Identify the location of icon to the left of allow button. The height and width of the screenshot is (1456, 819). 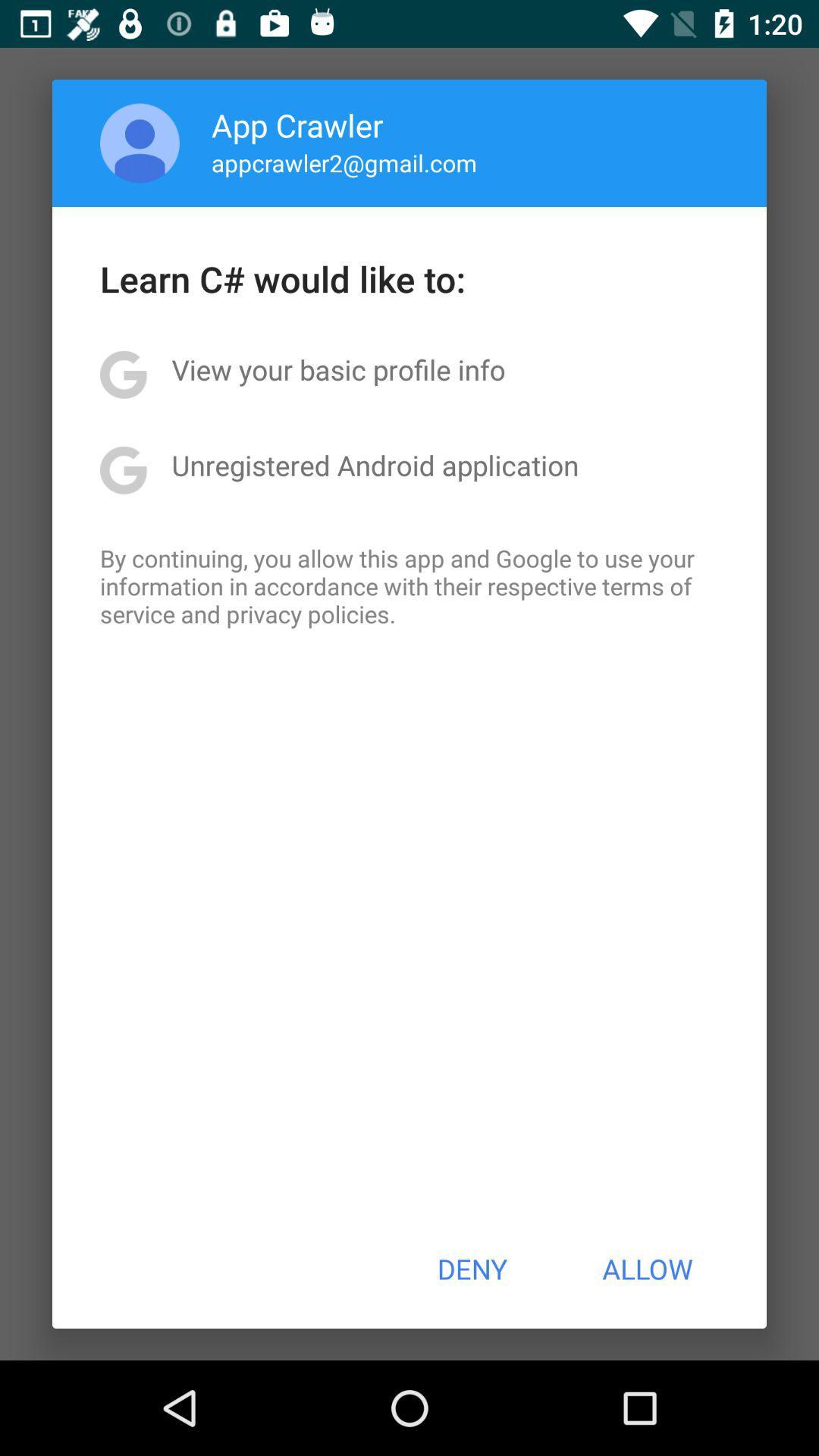
(471, 1269).